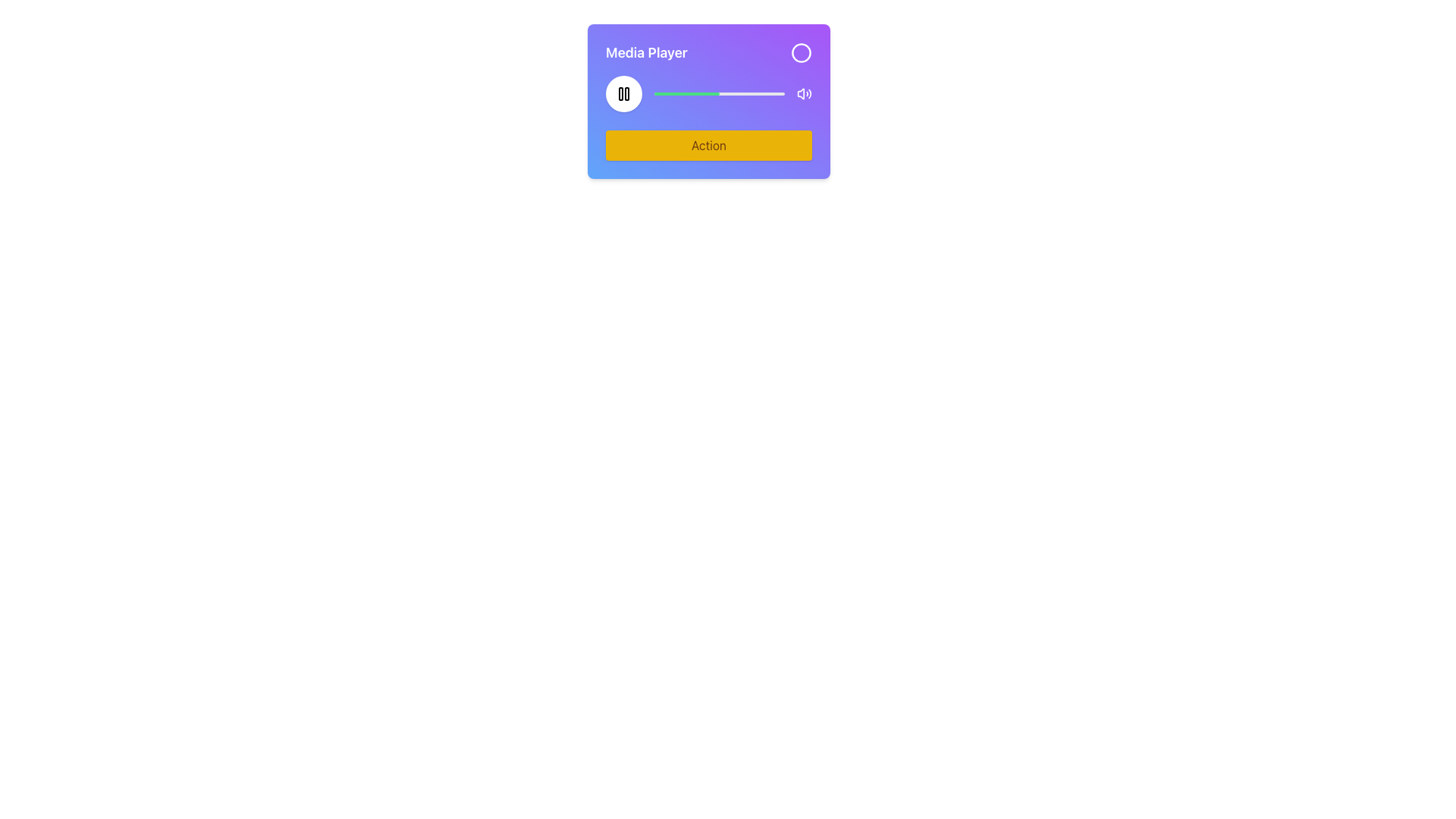 The width and height of the screenshot is (1456, 819). Describe the element at coordinates (686, 93) in the screenshot. I see `the green progress bar located in the upper half of the media player's card layout, which visually represents progress within the player` at that location.